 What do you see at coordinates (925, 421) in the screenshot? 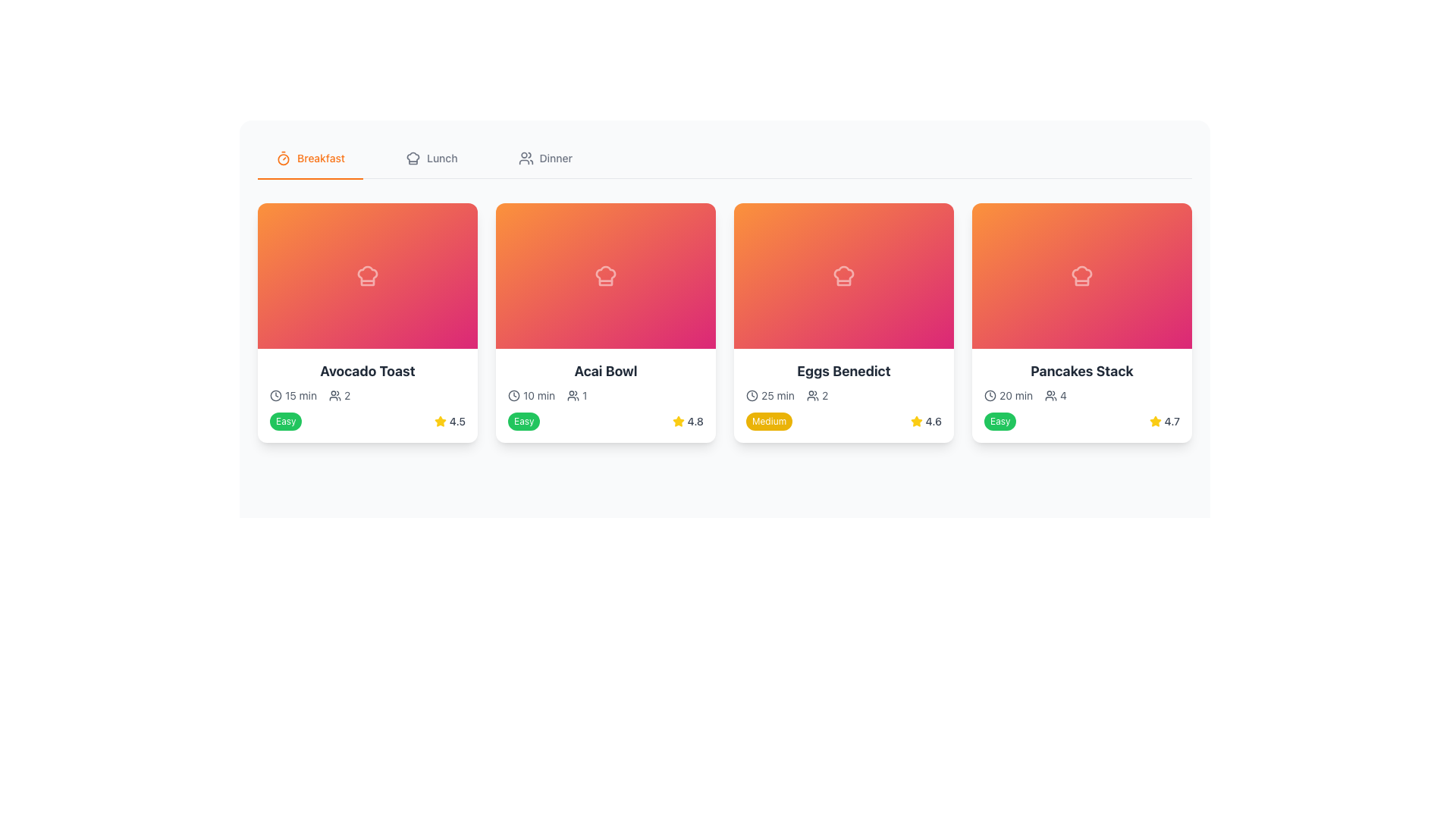
I see `the rating display for the 'Eggs Benedict' item, which combines an icon and a text label, located in the bottom-right area of its card, specifically to the right of the 'Medium' difficulty label` at bounding box center [925, 421].